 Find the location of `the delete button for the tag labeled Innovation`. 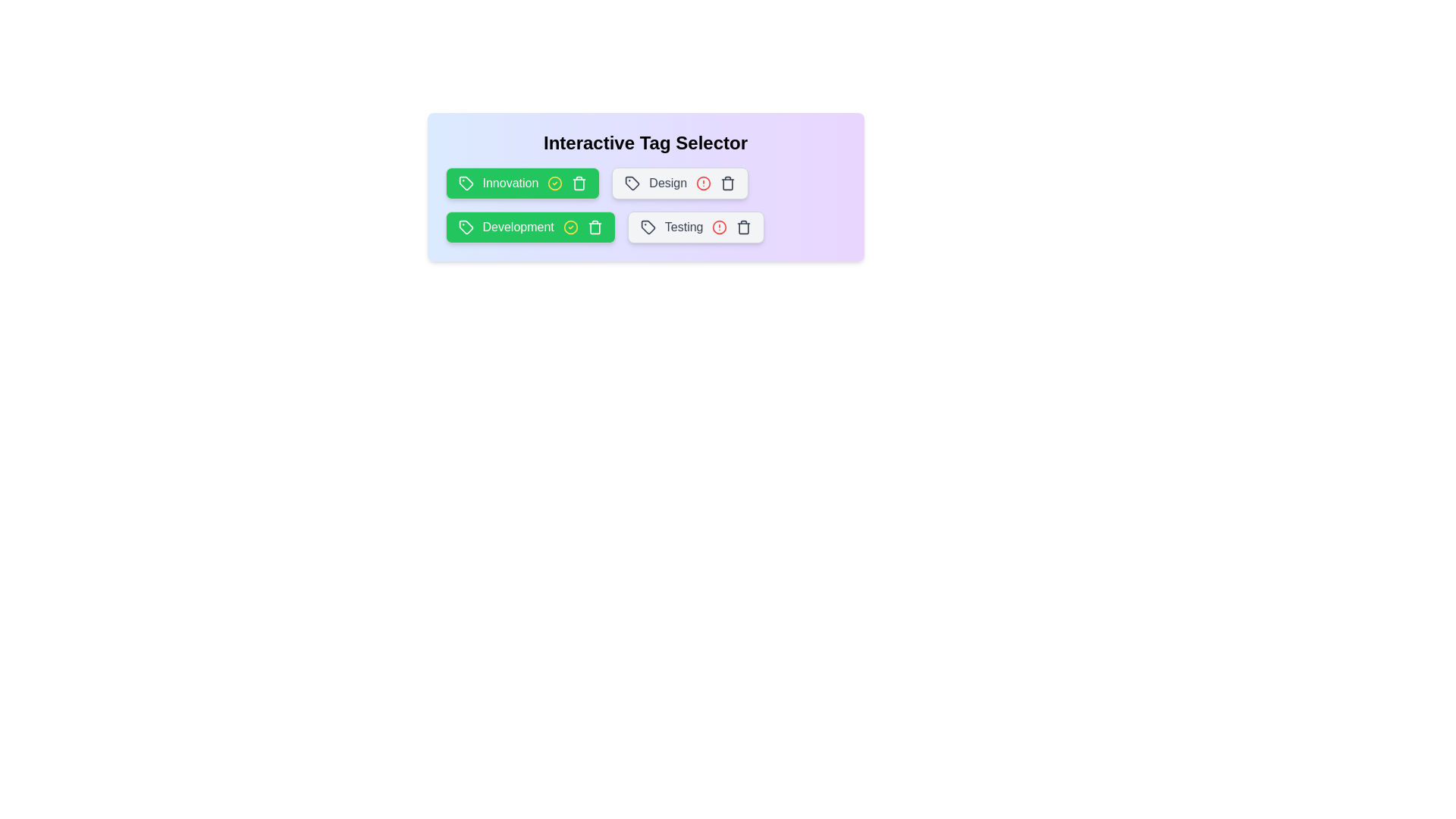

the delete button for the tag labeled Innovation is located at coordinates (579, 183).